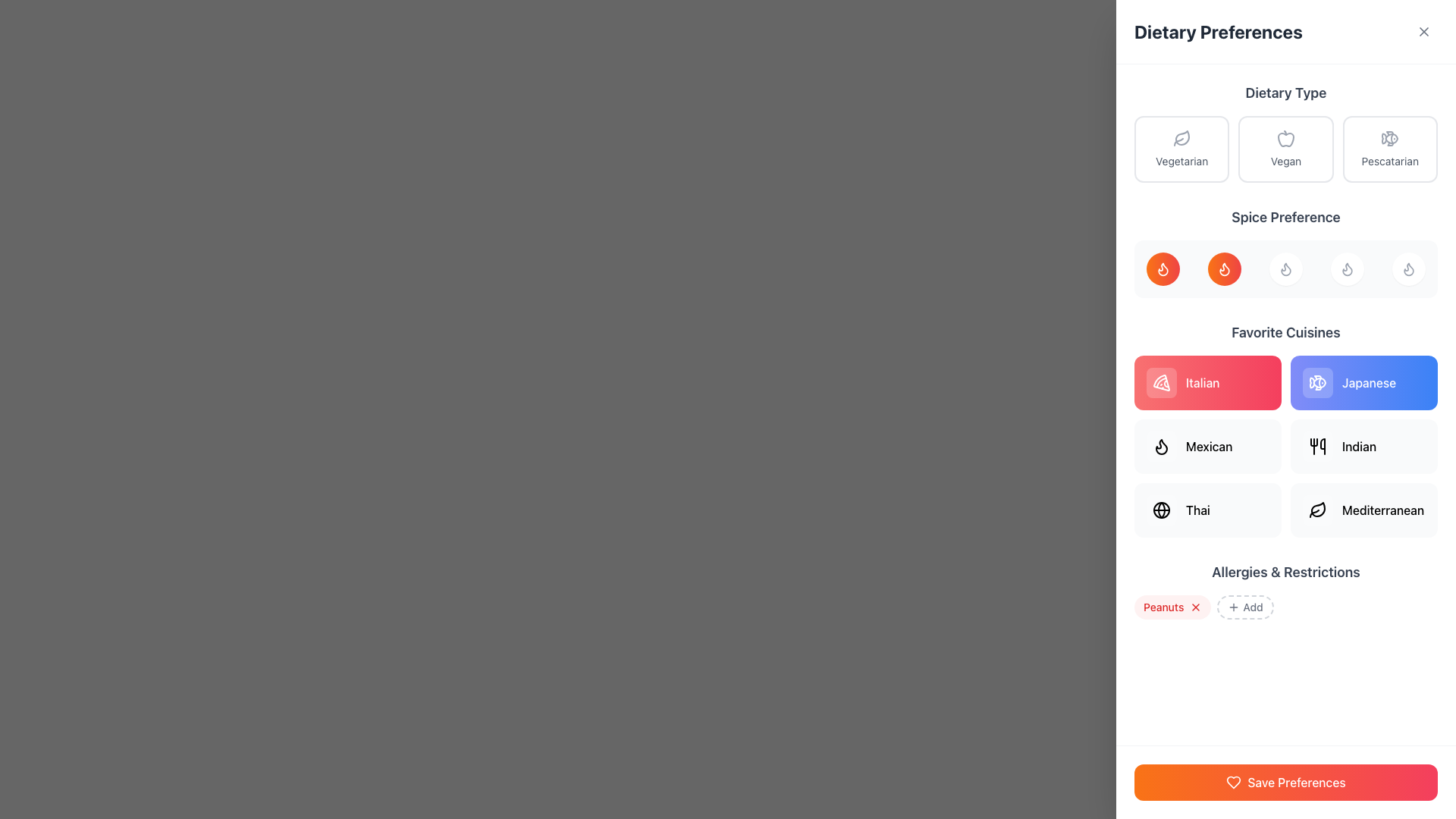  I want to click on the text label that signifies the vegan dietary type option located in the preferences section, positioned below the apple icon, so click(1285, 161).